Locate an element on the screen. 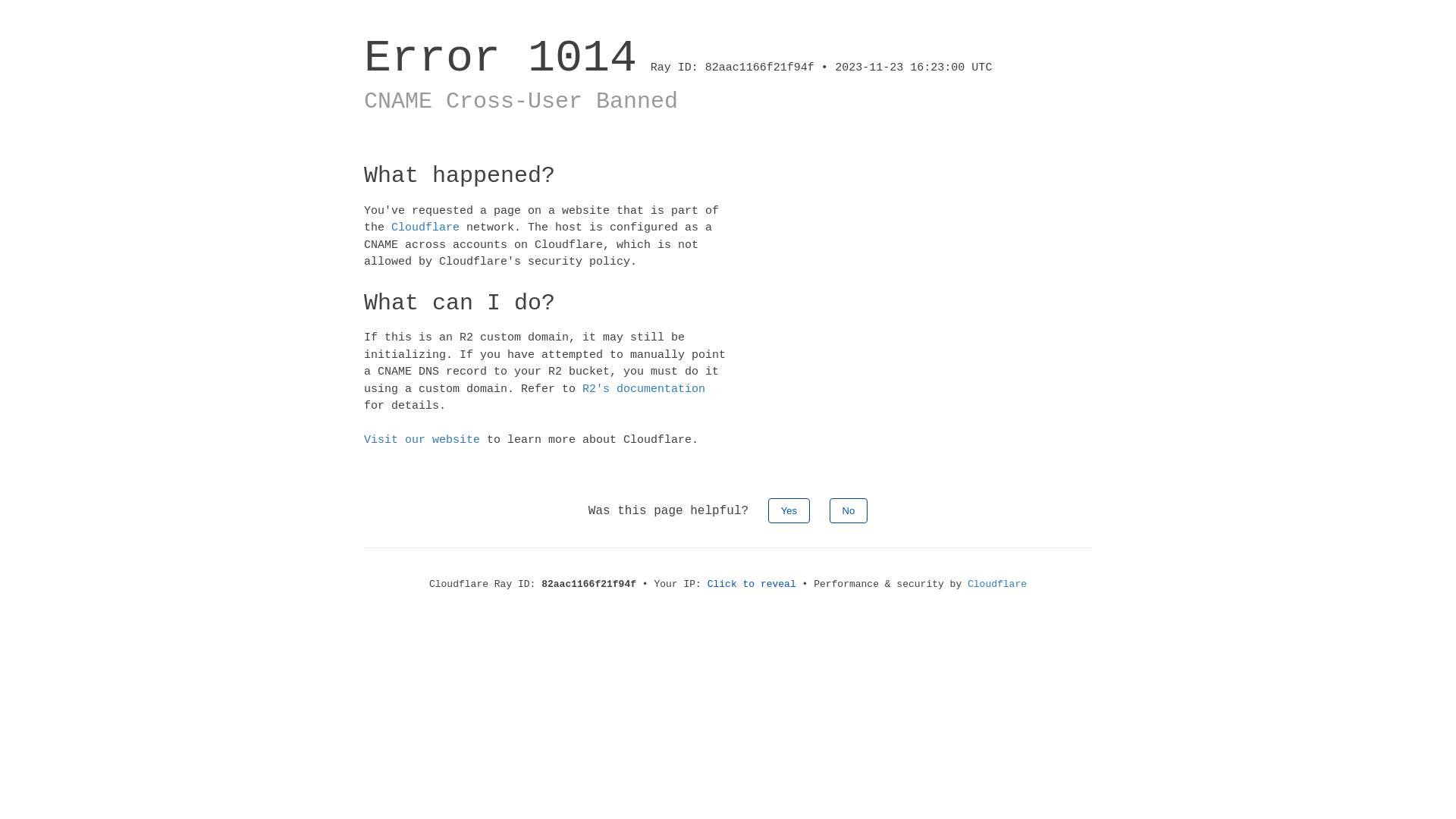  'R2's documentation' is located at coordinates (644, 388).